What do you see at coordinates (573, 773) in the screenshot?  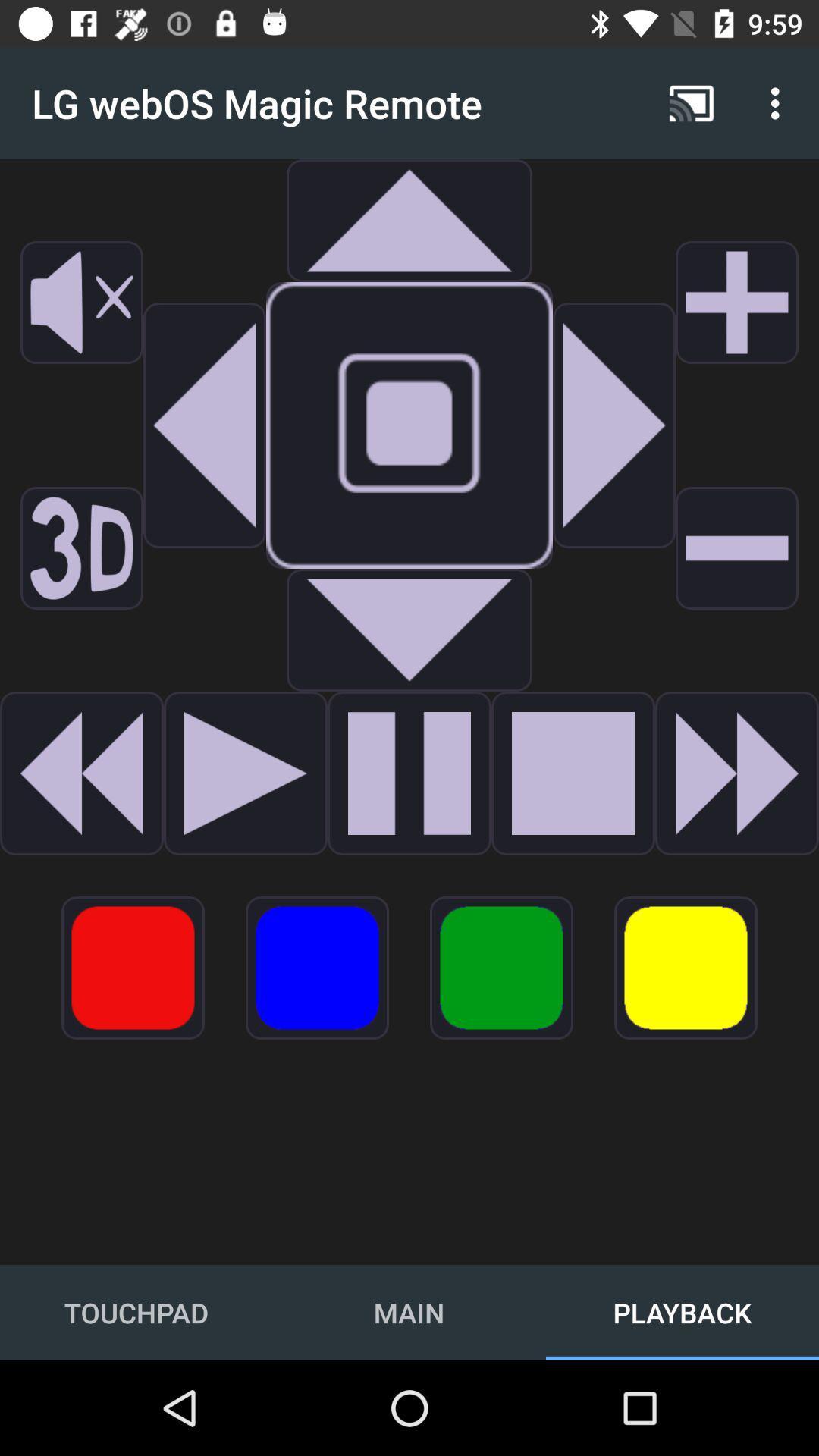 I see `press to stop` at bounding box center [573, 773].